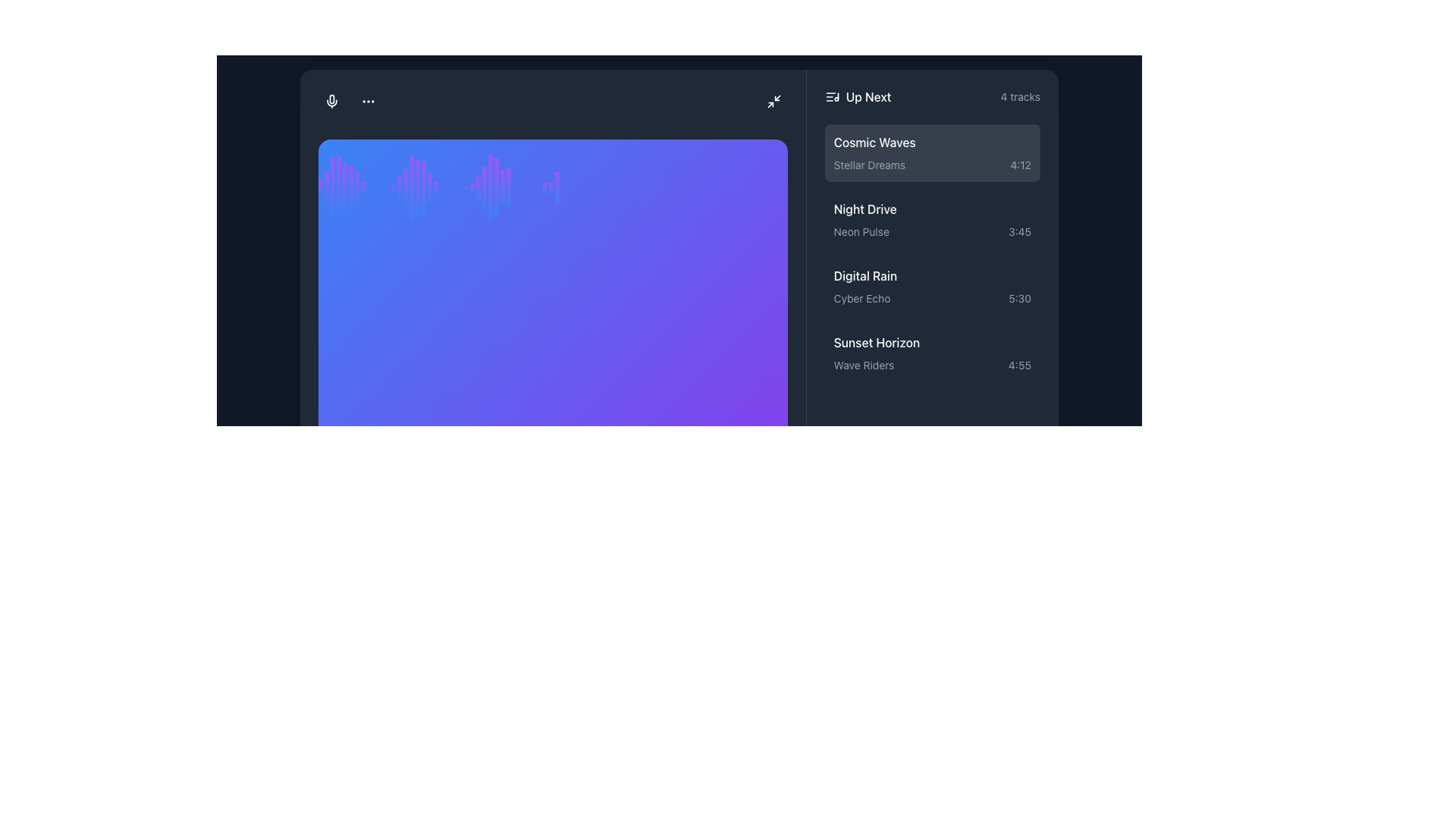 The width and height of the screenshot is (1456, 819). What do you see at coordinates (931, 353) in the screenshot?
I see `the fourth list item in the 'Up Next' section` at bounding box center [931, 353].